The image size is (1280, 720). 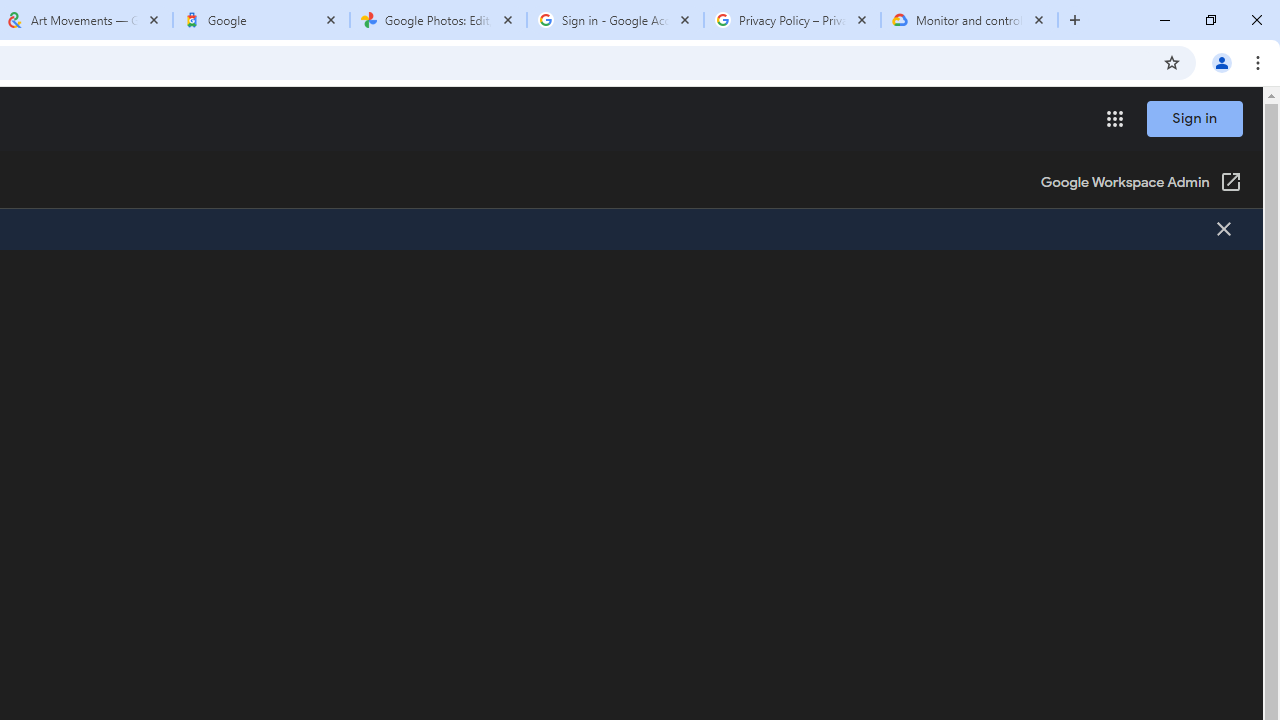 I want to click on 'Sign in - Google Accounts', so click(x=614, y=20).